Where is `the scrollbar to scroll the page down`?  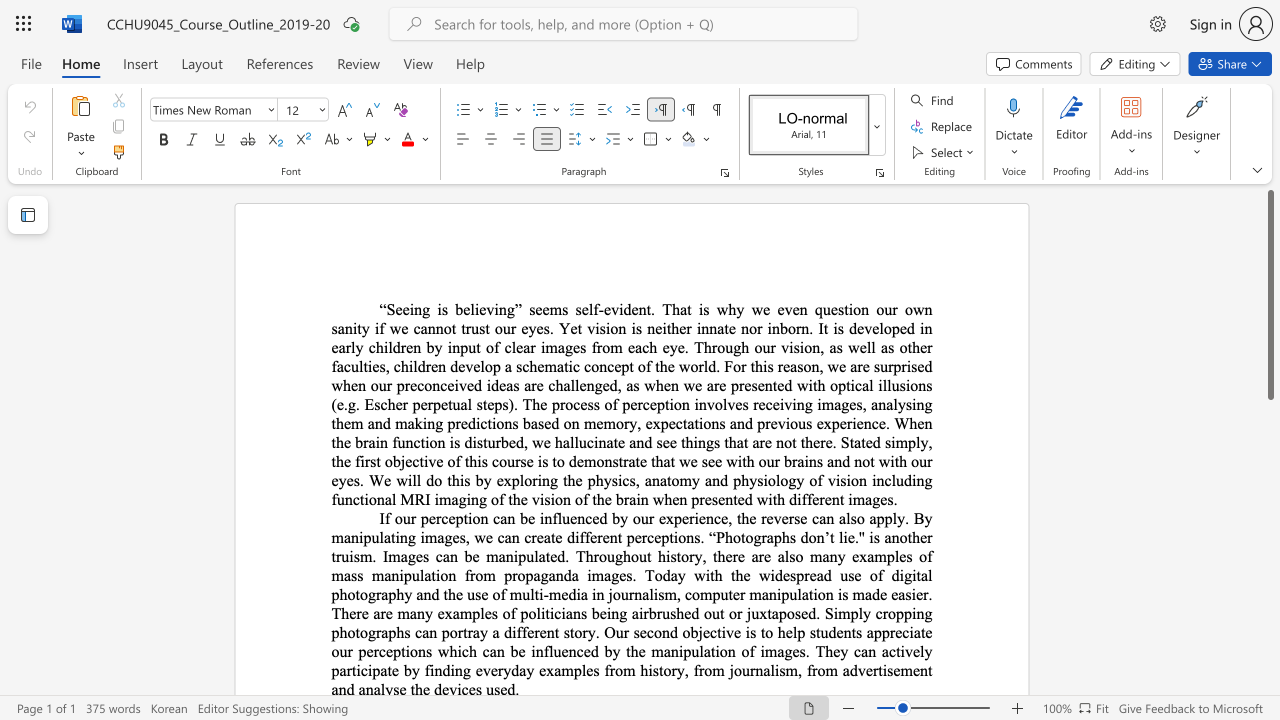 the scrollbar to scroll the page down is located at coordinates (1269, 618).